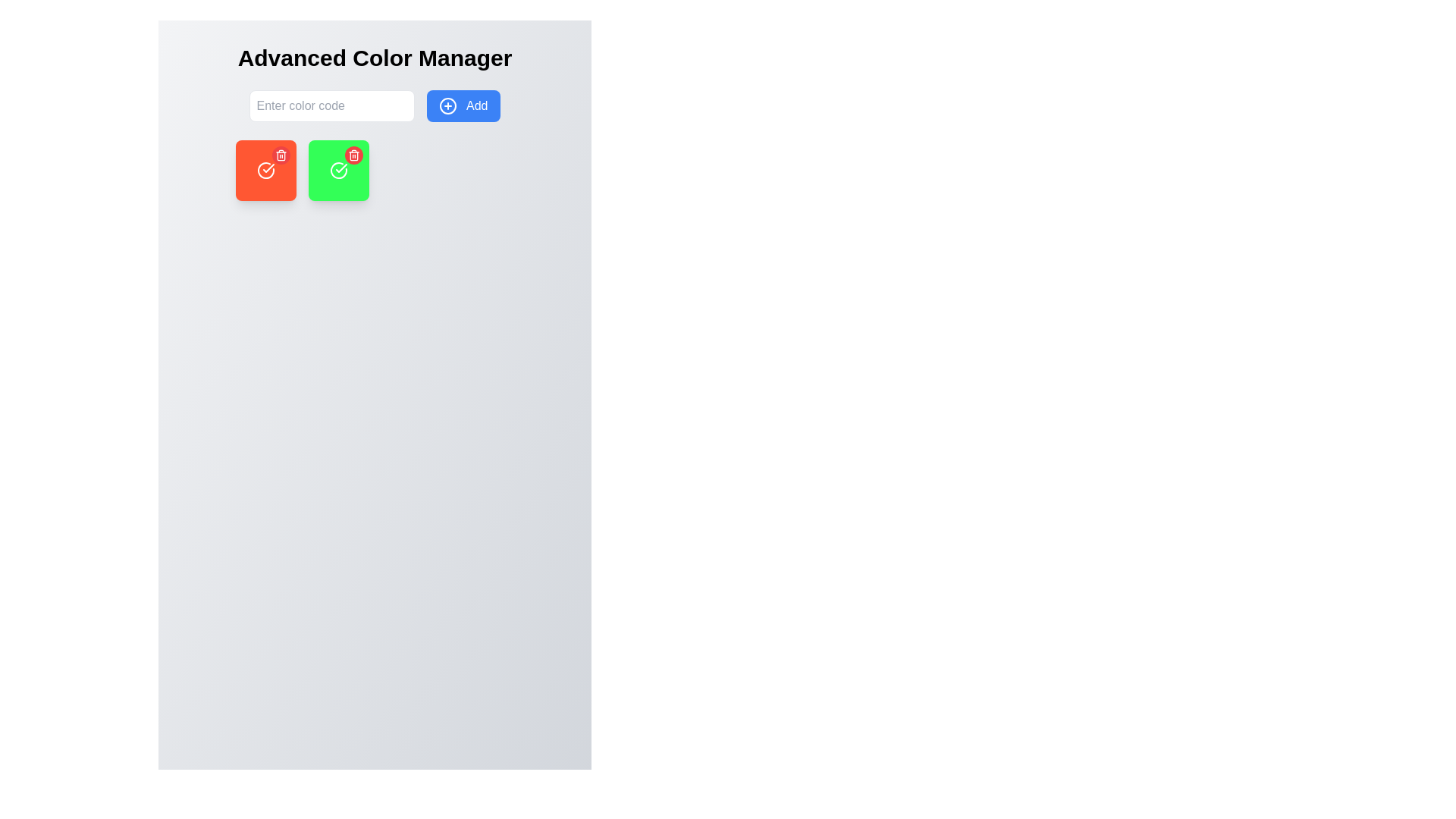 The height and width of the screenshot is (819, 1456). What do you see at coordinates (281, 155) in the screenshot?
I see `the small trash bin icon button with a solid red background located in the upper-right corner of the red square card` at bounding box center [281, 155].